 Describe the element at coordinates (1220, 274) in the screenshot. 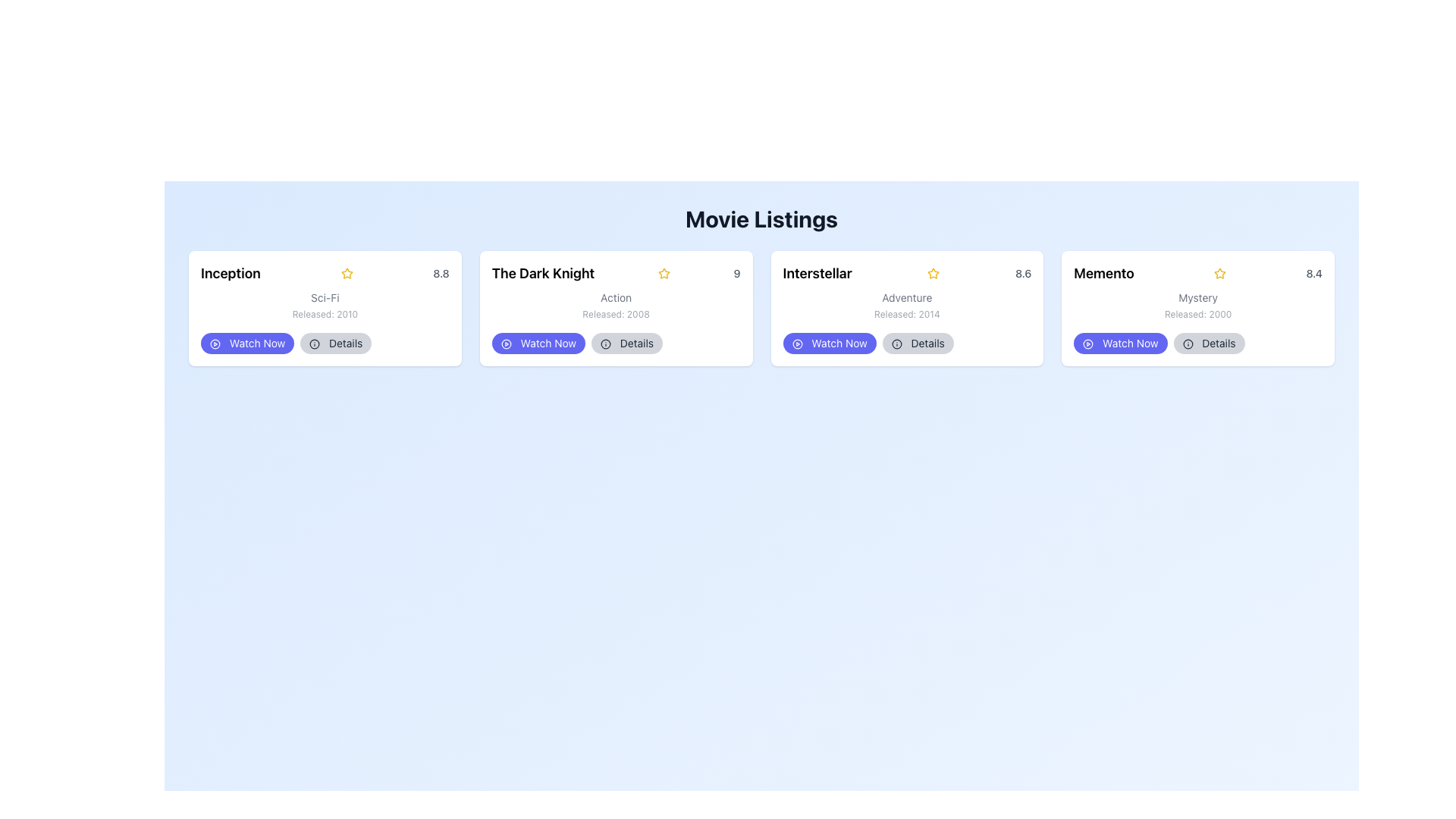

I see `the star icon representing the rating or favorite status of the movie 'Memento', located in the fourth card of the movie listings grid` at that location.